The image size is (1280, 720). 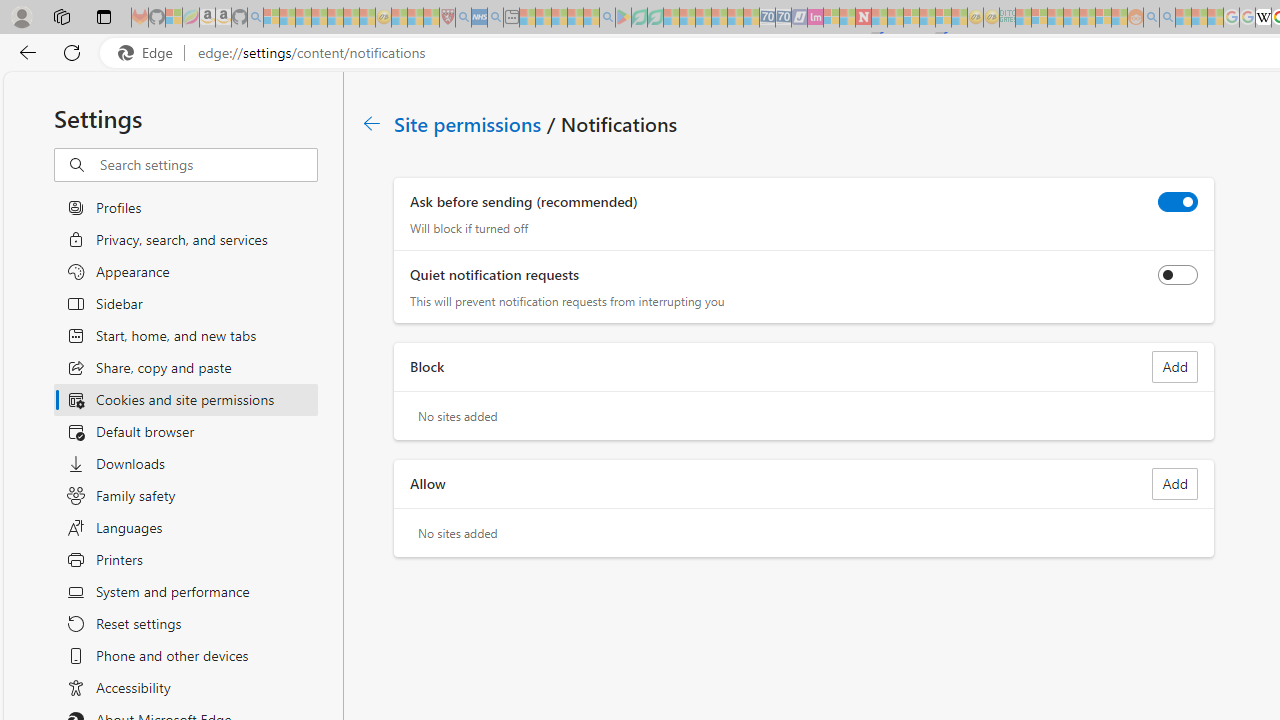 What do you see at coordinates (1178, 201) in the screenshot?
I see `'Ask before sending (recommended)'` at bounding box center [1178, 201].